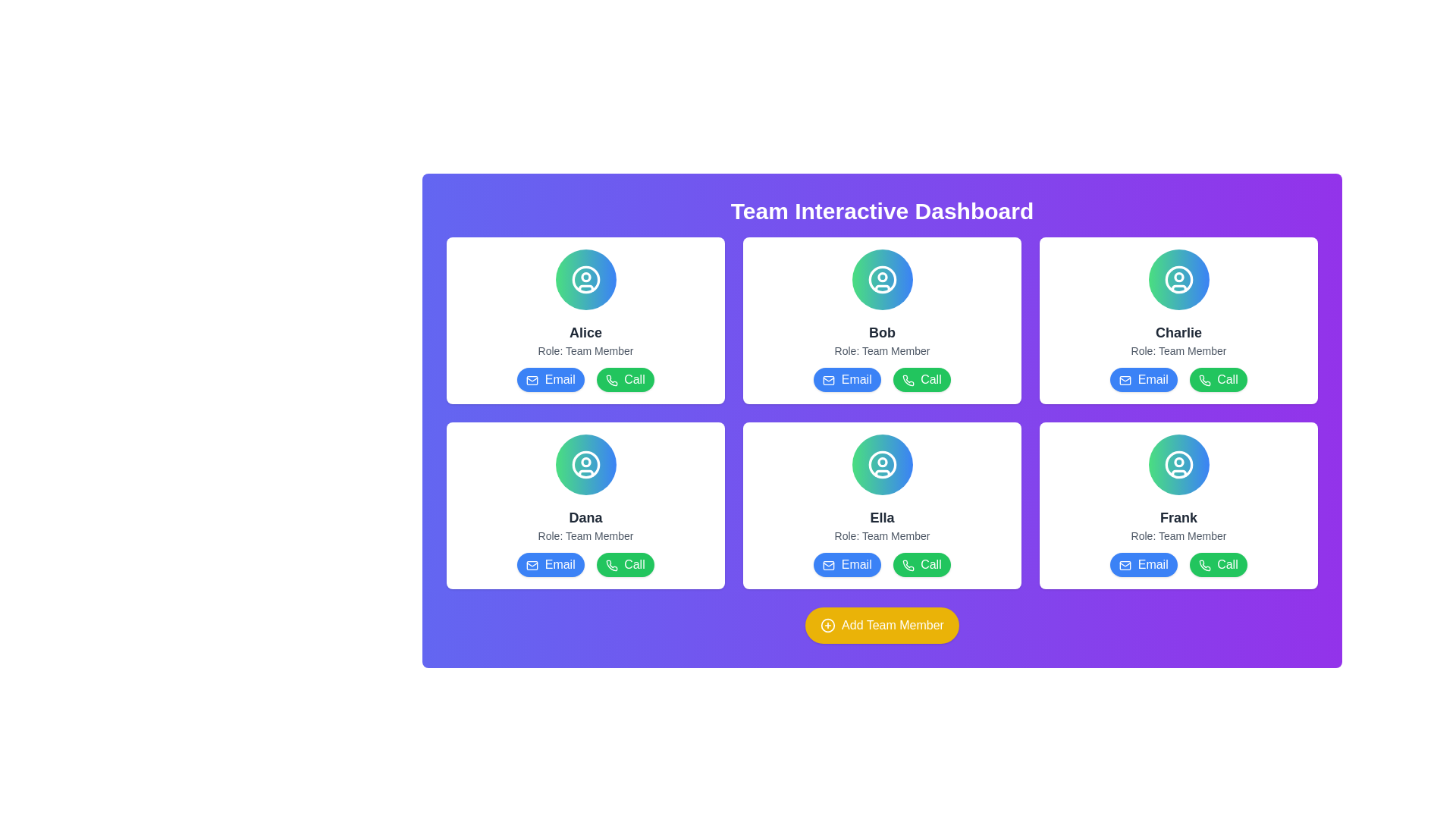  I want to click on the email icon within the blue 'Email' button on Frank's contact card located at the bottom right, so click(1125, 565).